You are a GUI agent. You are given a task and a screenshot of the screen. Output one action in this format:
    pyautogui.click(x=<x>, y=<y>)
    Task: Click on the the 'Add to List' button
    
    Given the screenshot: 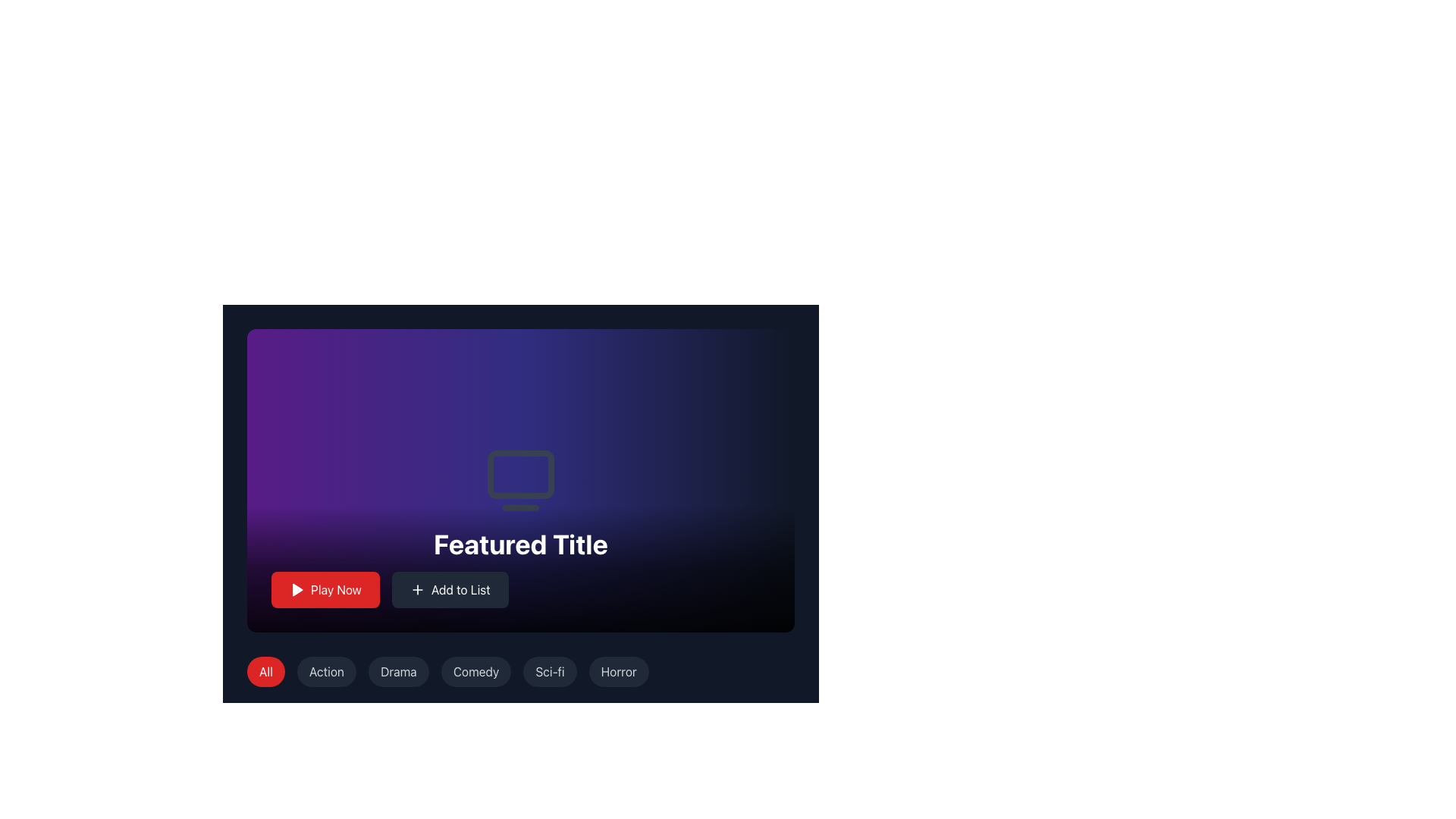 What is the action you would take?
    pyautogui.click(x=449, y=589)
    